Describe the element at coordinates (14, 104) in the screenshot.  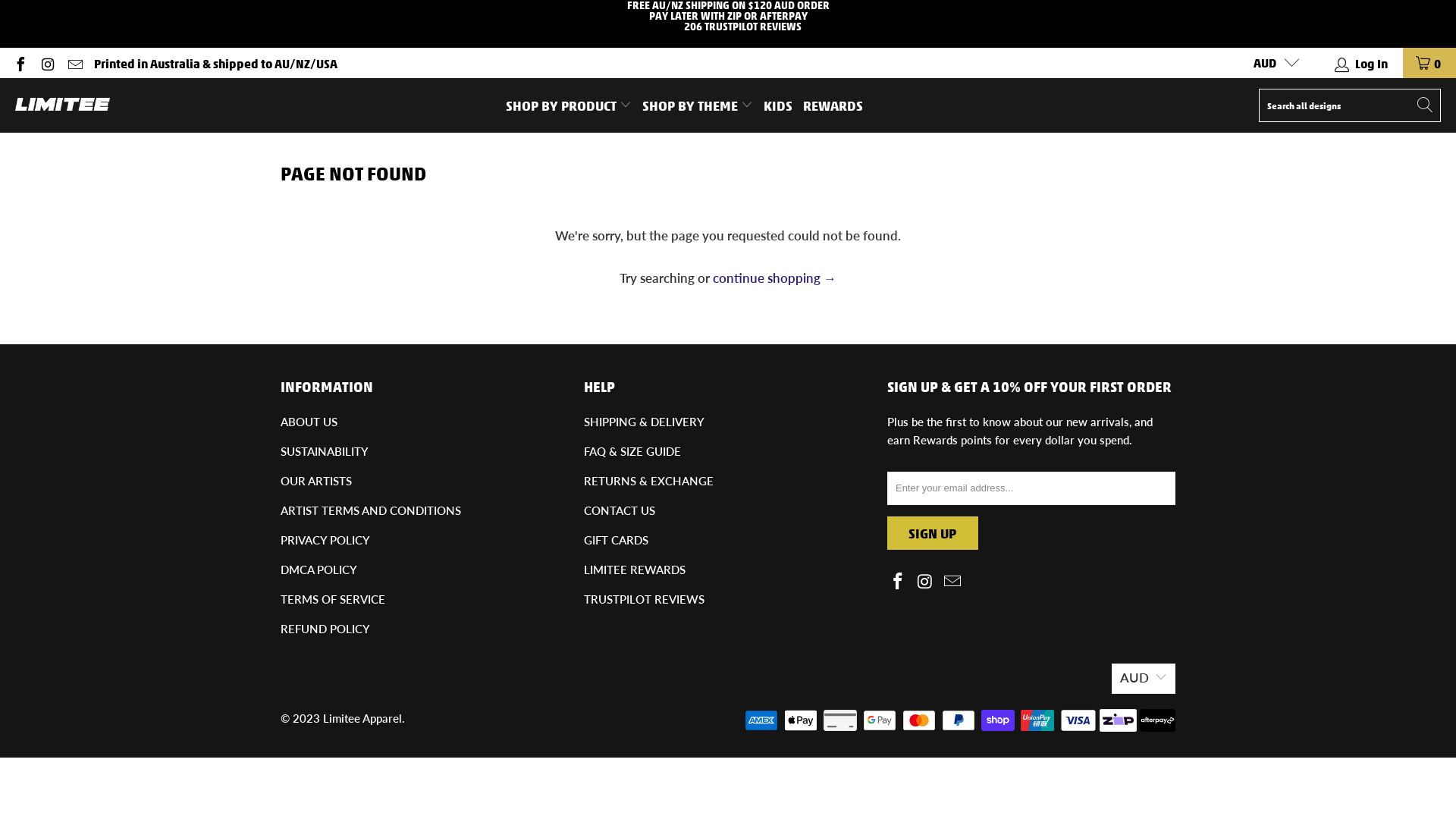
I see `'Limitee Apparel'` at that location.